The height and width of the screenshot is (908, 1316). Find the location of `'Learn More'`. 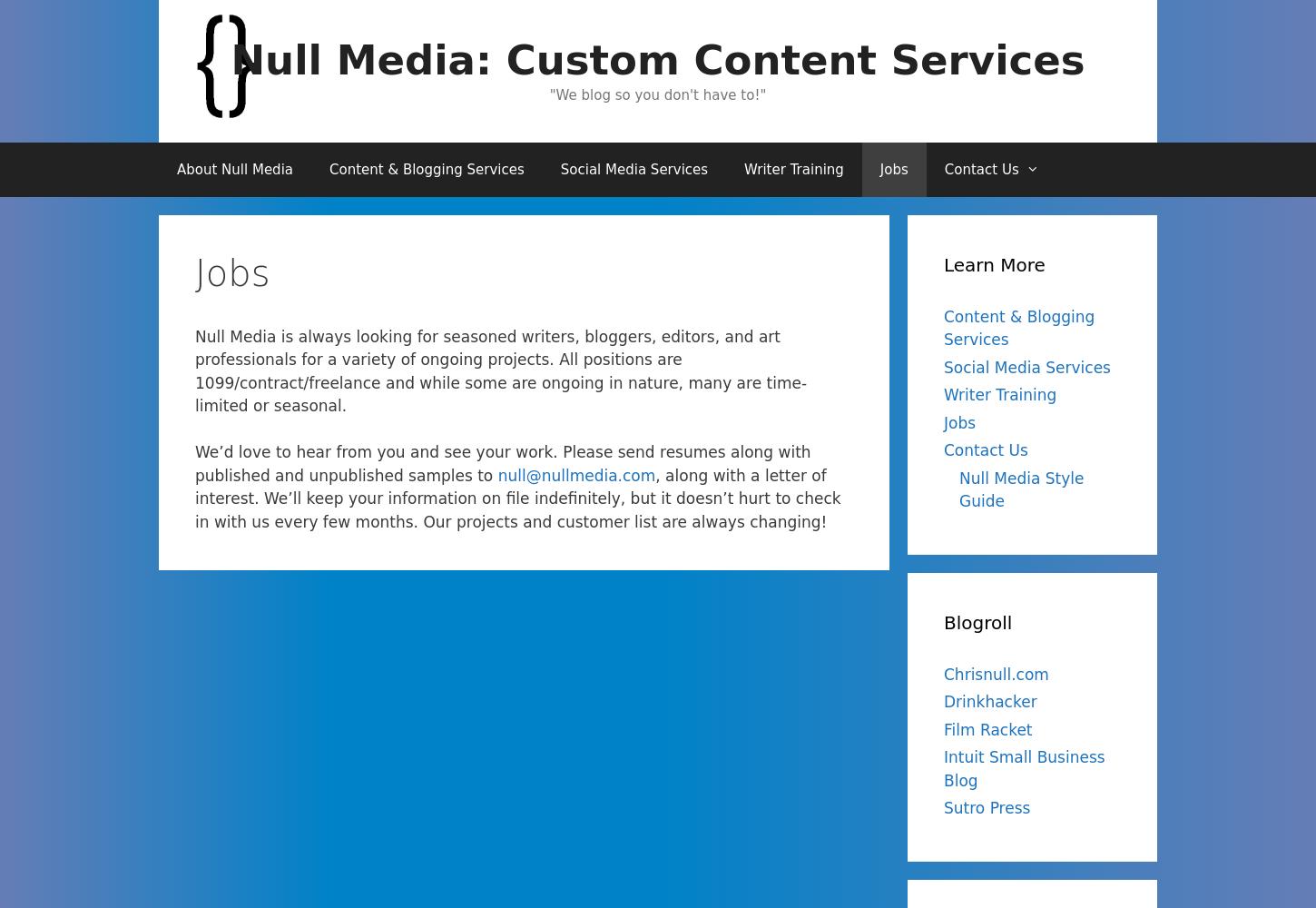

'Learn More' is located at coordinates (993, 264).